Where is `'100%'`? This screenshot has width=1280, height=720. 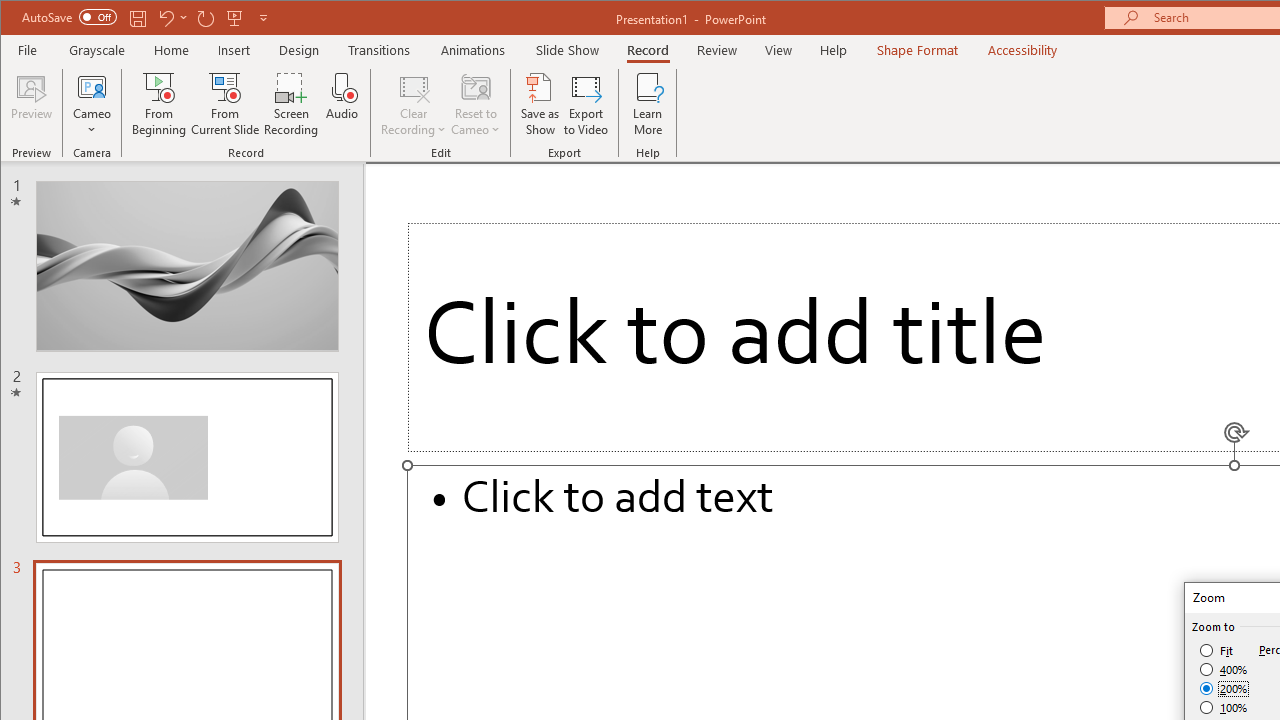 '100%' is located at coordinates (1223, 706).